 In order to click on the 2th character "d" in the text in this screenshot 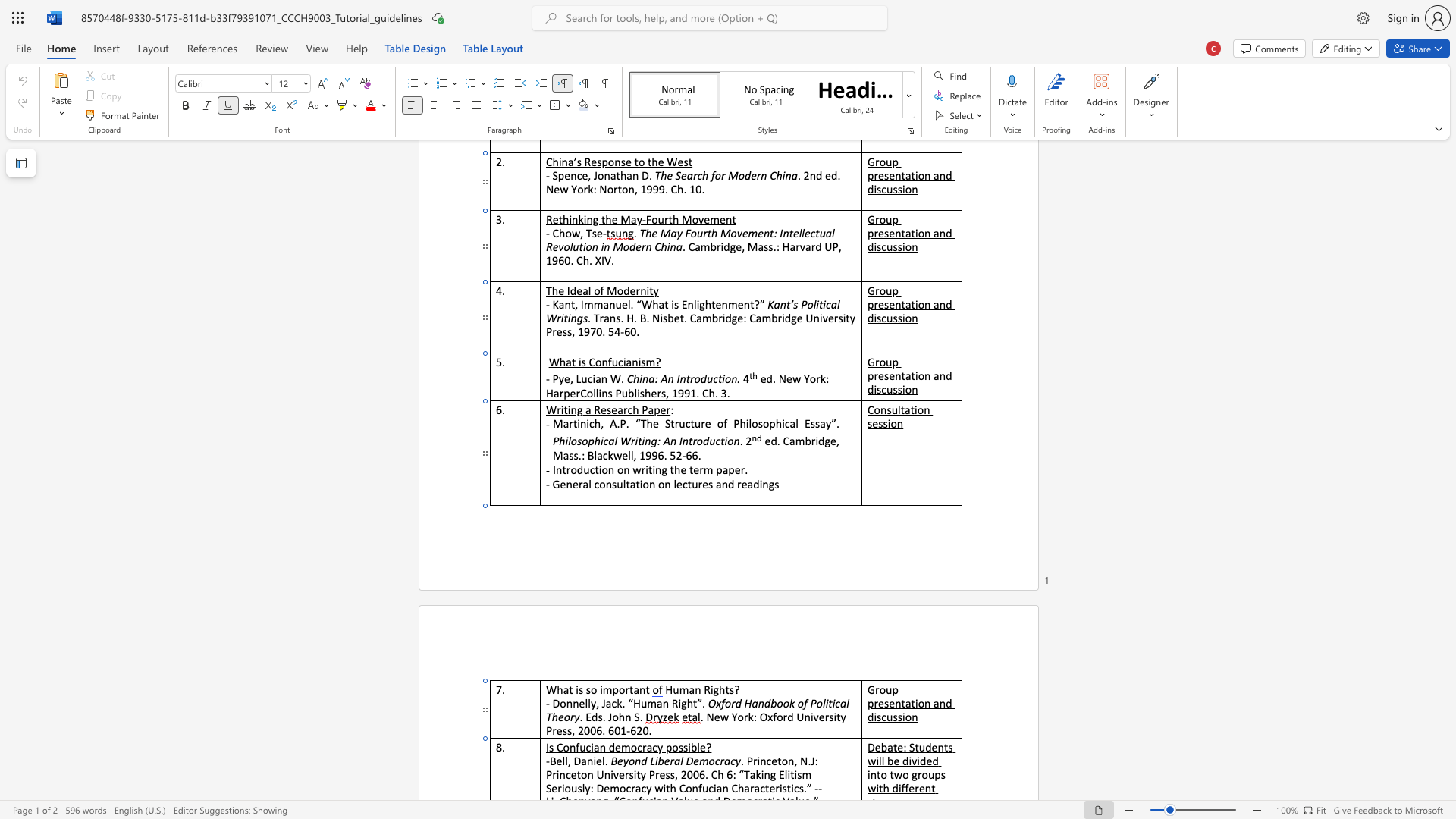, I will do `click(767, 703)`.